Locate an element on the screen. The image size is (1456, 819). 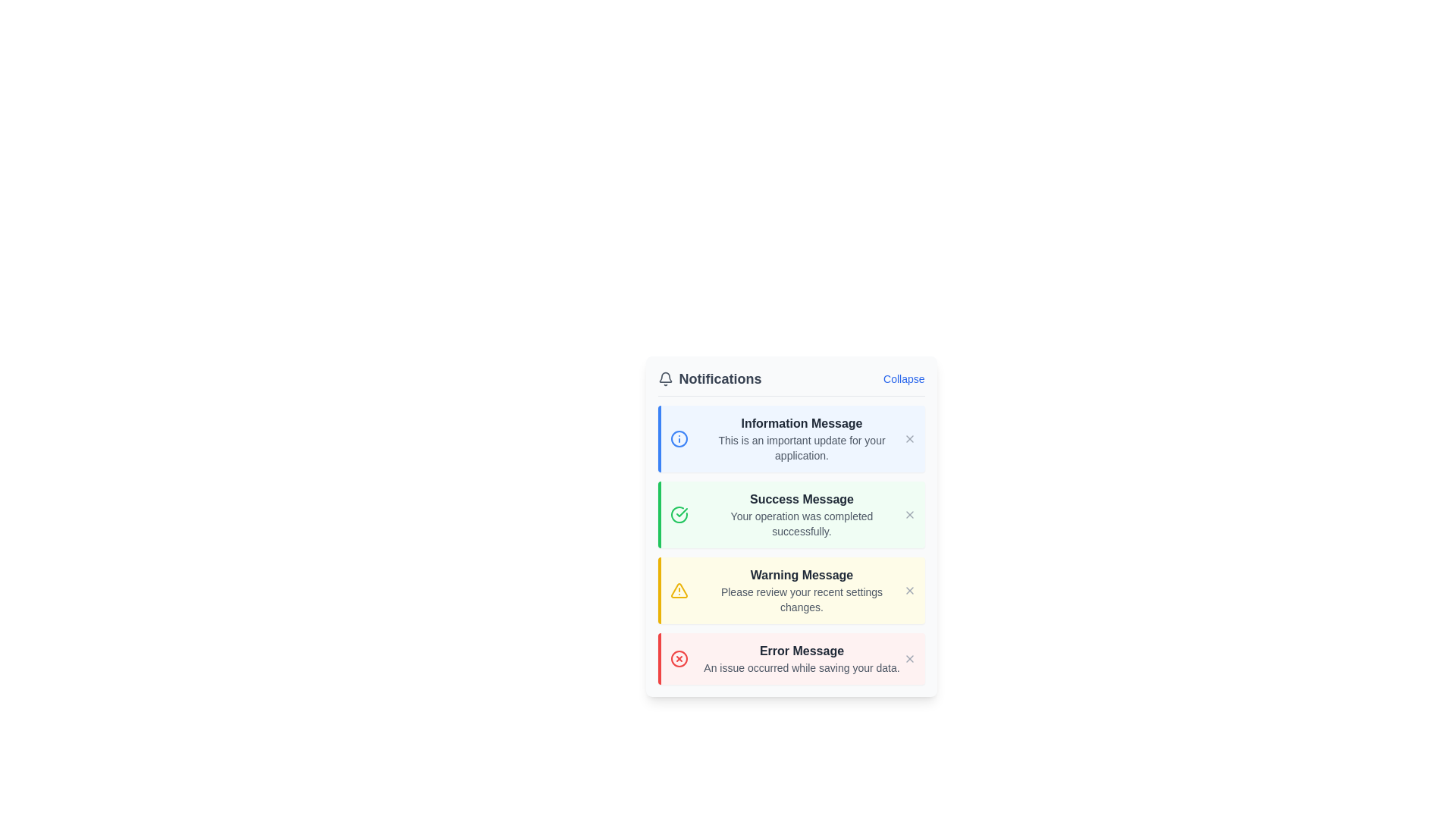
the 'Notifications' text with the bell icon in the header bar is located at coordinates (709, 378).